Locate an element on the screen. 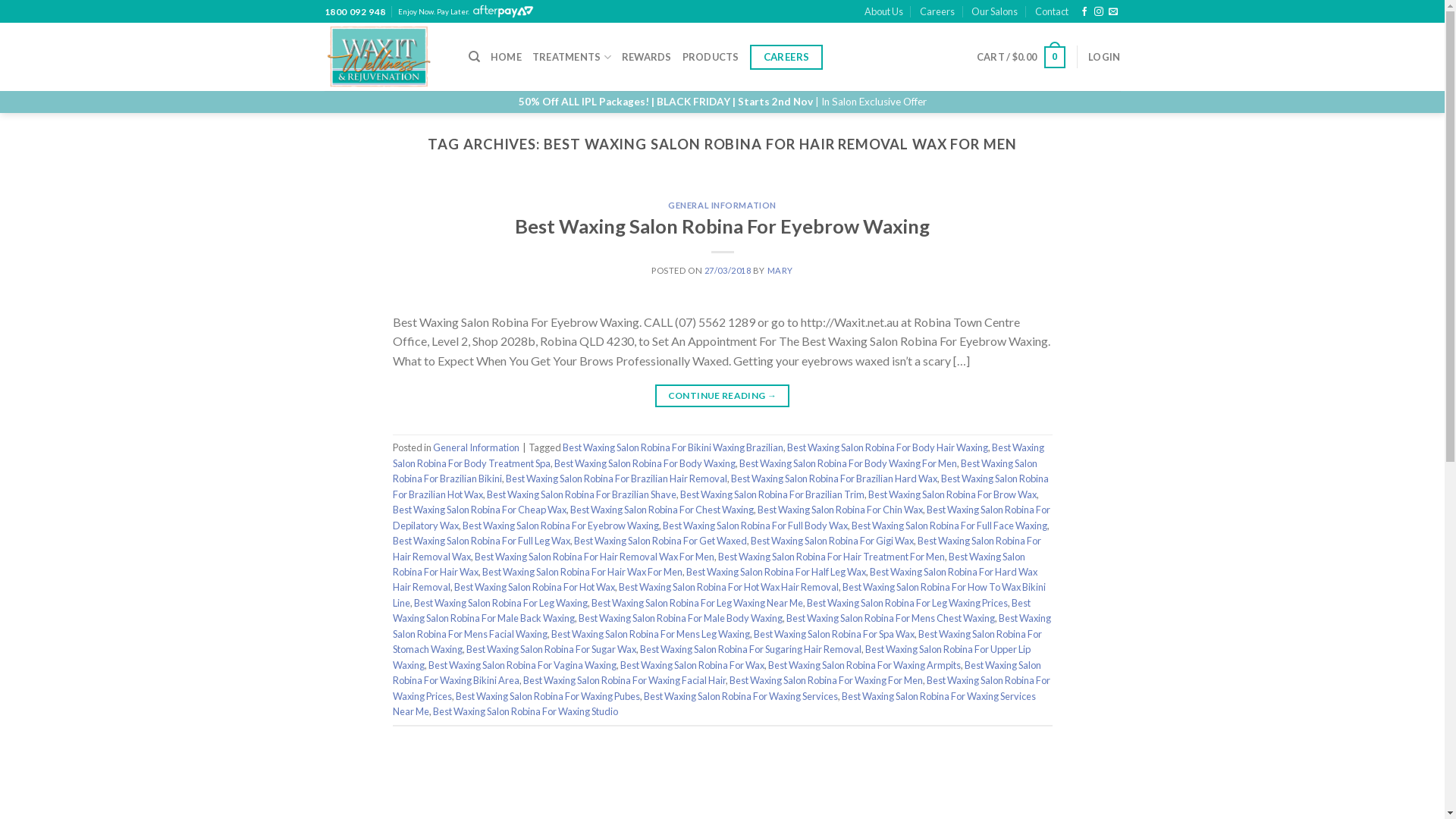  'MARY' is located at coordinates (780, 269).